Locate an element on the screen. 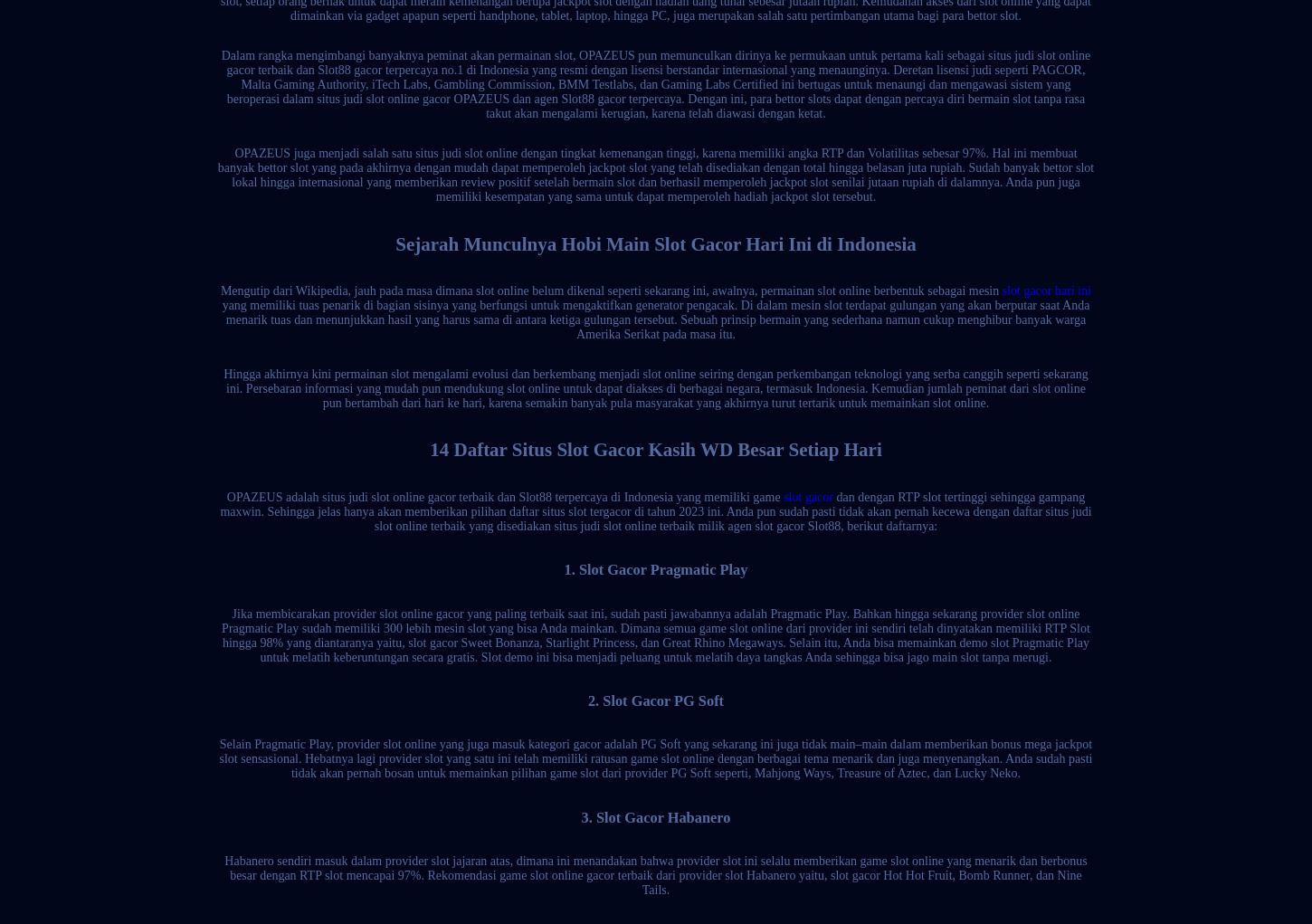 The image size is (1312, 924). 'slot gacor hari ini' is located at coordinates (1045, 290).